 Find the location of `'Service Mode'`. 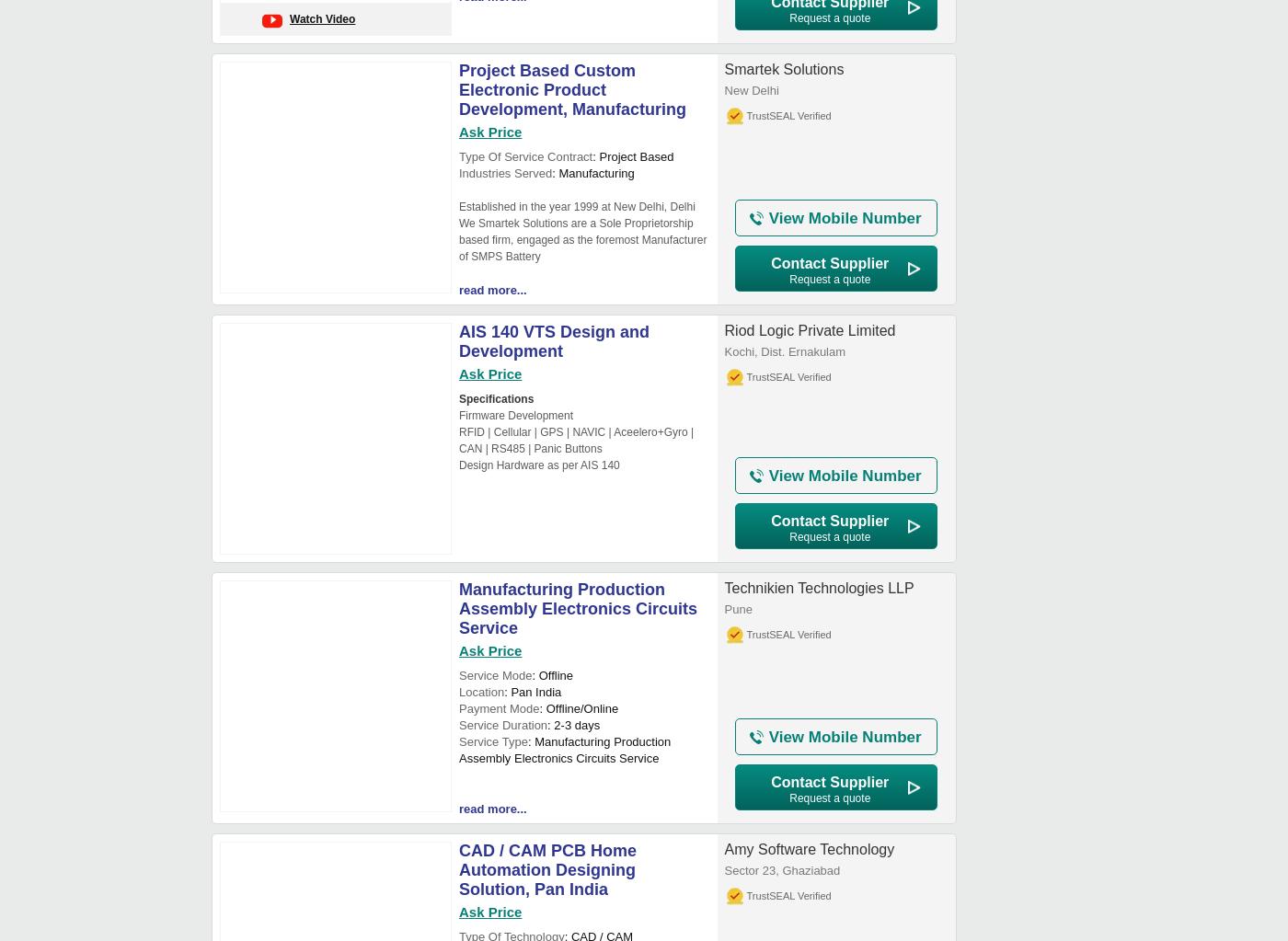

'Service Mode' is located at coordinates (495, 675).